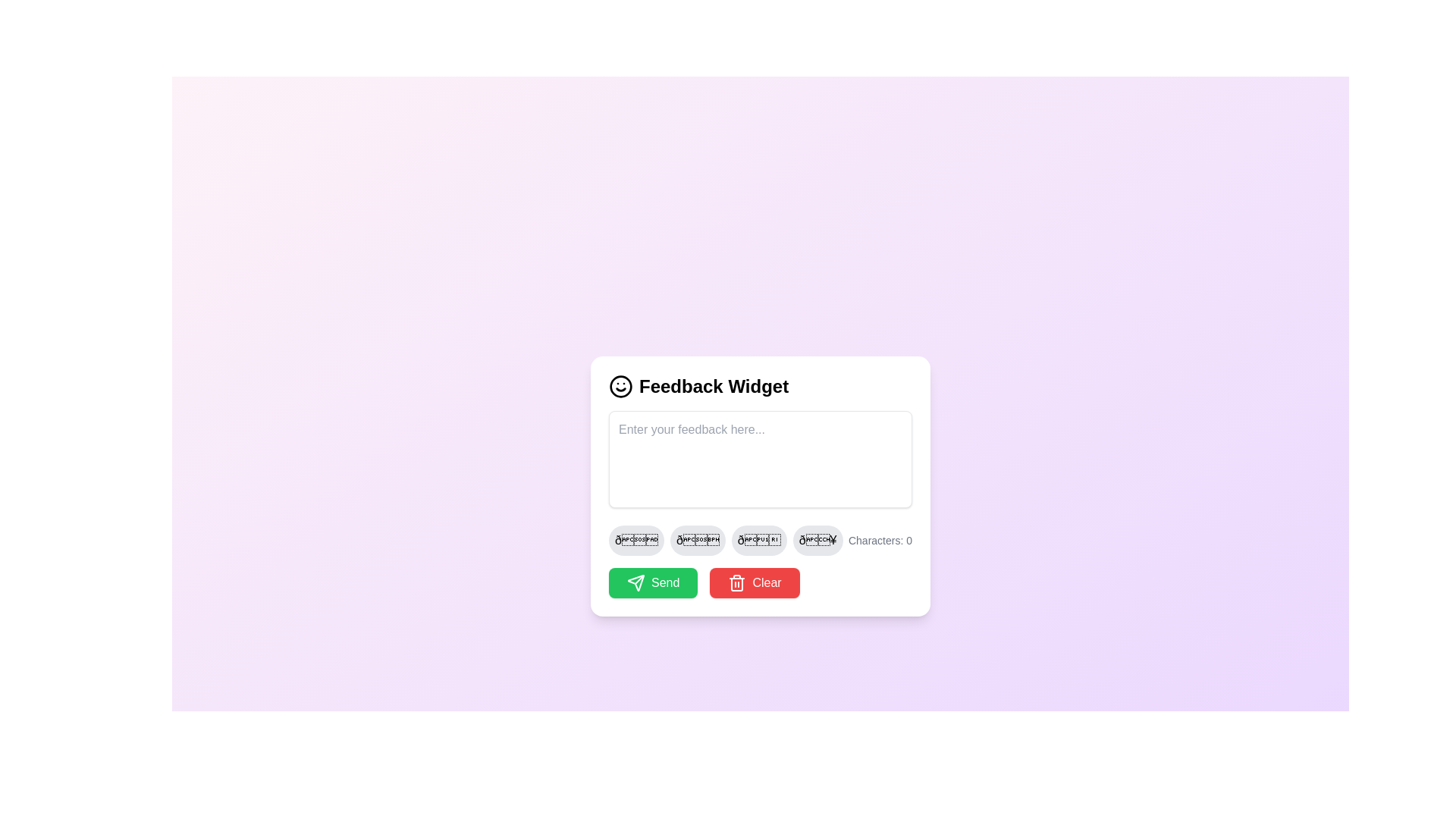 The image size is (1456, 819). Describe the element at coordinates (737, 582) in the screenshot. I see `the trash can icon button located on the right side of the 'Clear' button in the bottom-right area of the 'Feedback Widget' dialogue box` at that location.